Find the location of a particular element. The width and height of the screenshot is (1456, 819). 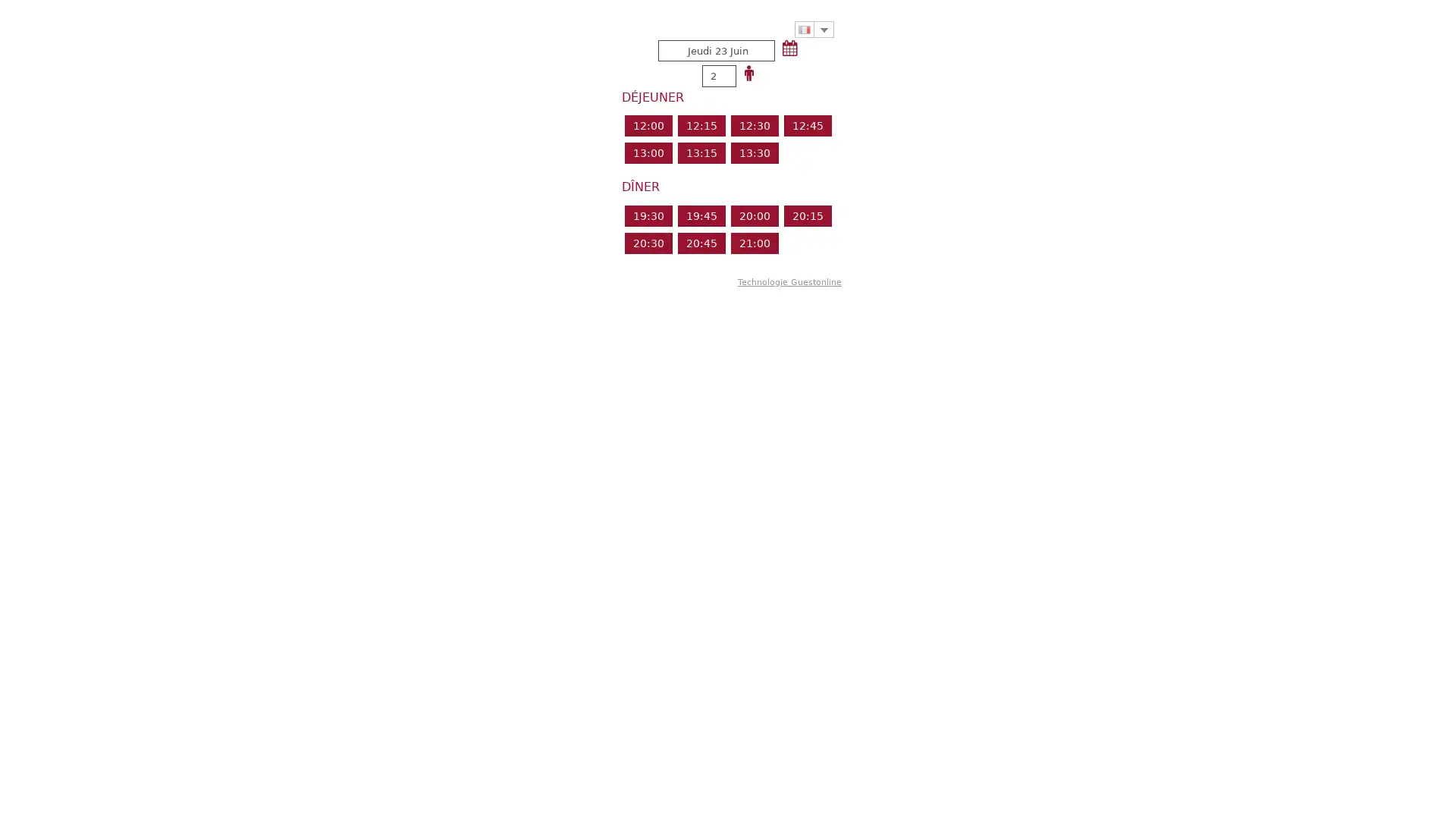

13:00 is located at coordinates (648, 152).